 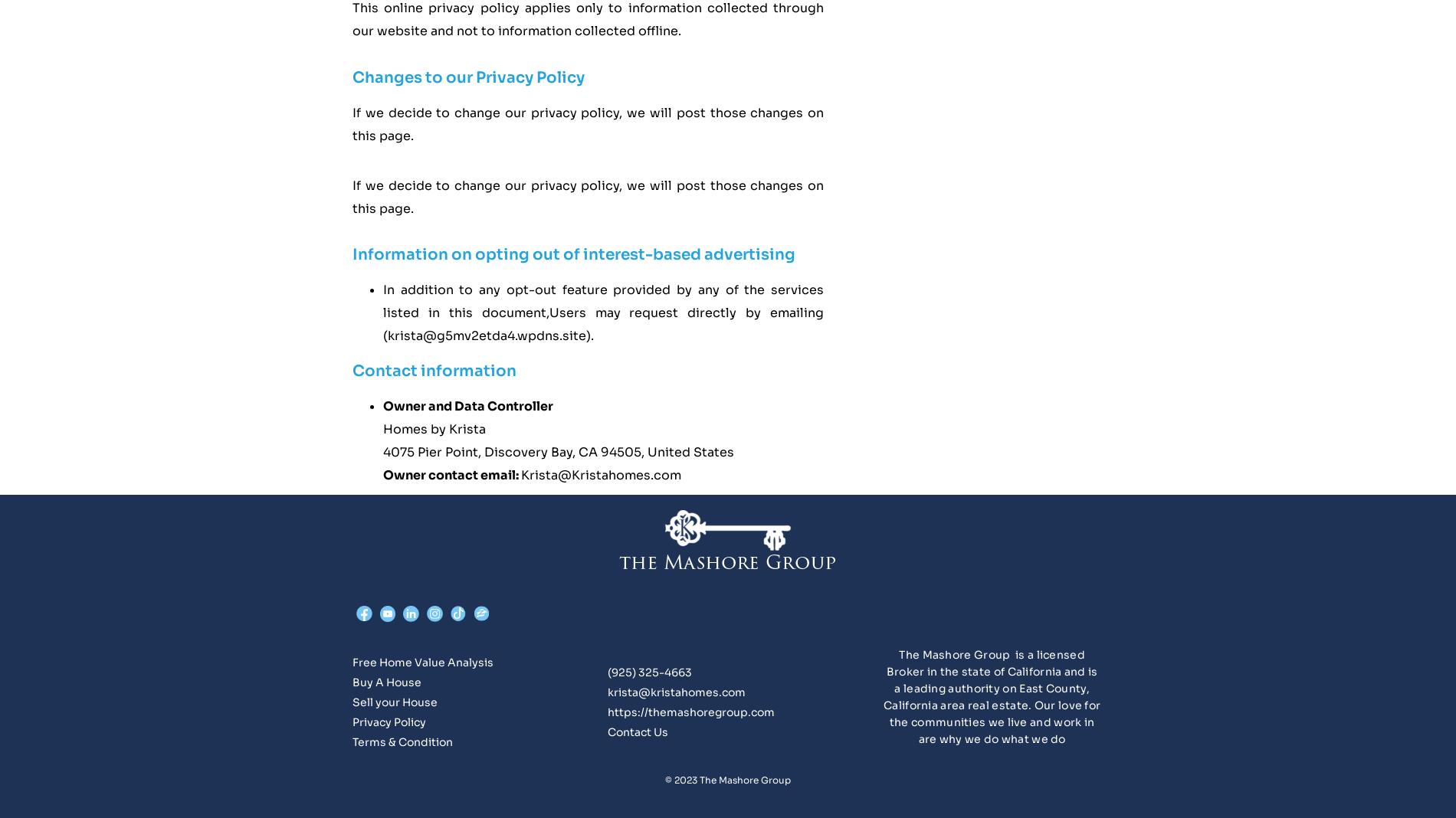 I want to click on 'Free Home Value Analysis', so click(x=422, y=661).